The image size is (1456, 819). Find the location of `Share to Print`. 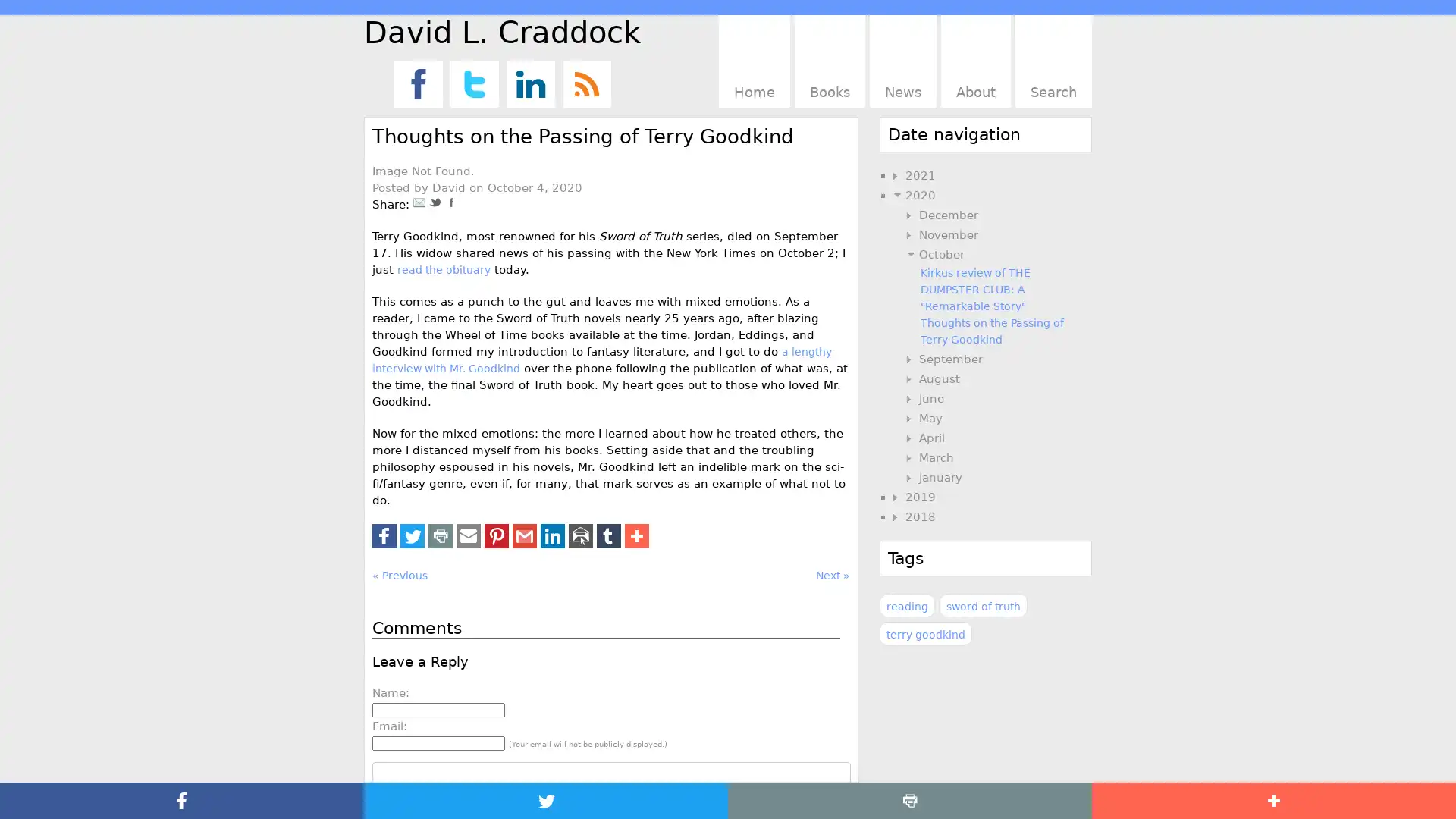

Share to Print is located at coordinates (439, 535).